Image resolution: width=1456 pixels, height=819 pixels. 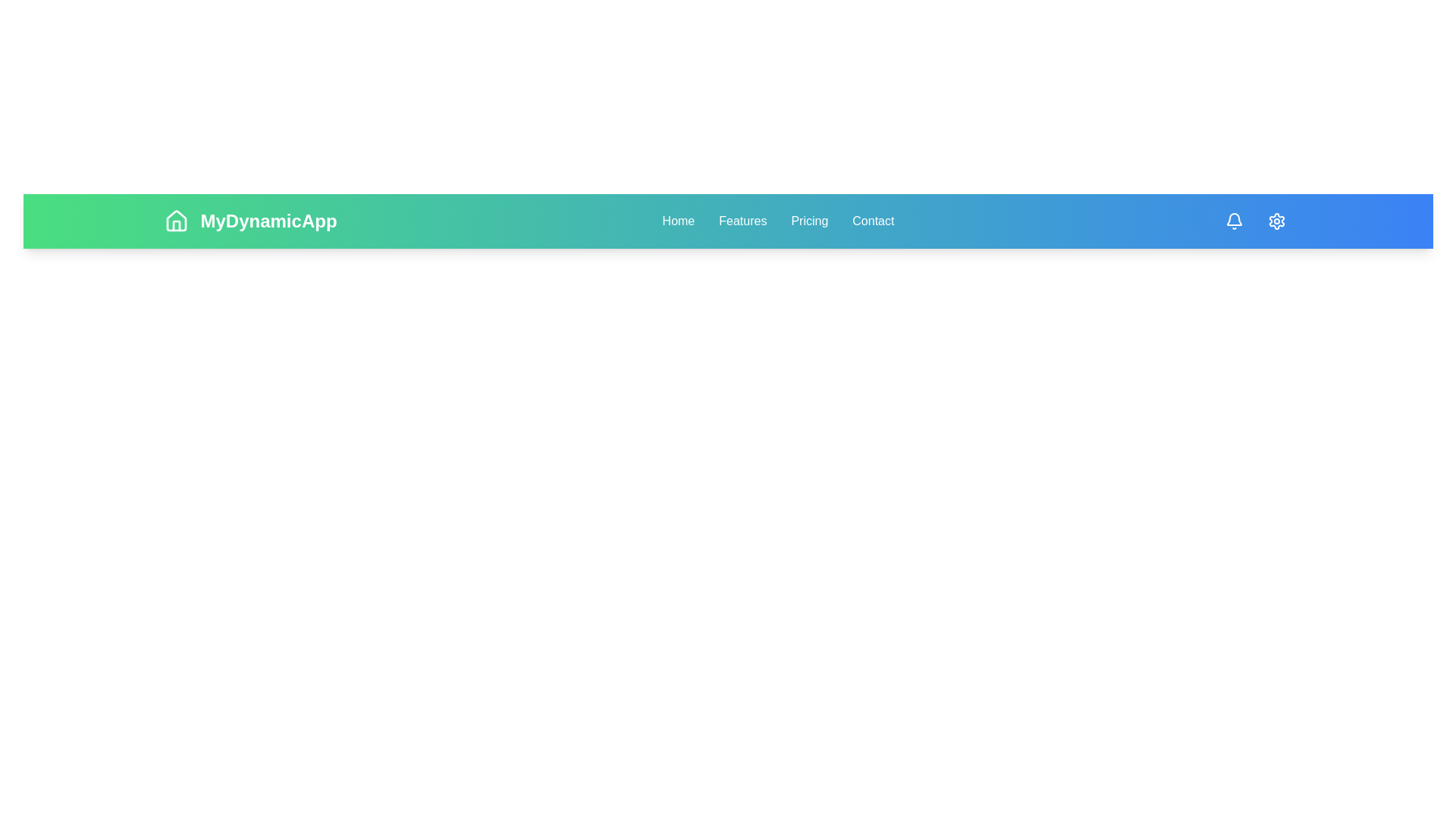 What do you see at coordinates (873, 221) in the screenshot?
I see `the link labeled Contact to observe its hover style` at bounding box center [873, 221].